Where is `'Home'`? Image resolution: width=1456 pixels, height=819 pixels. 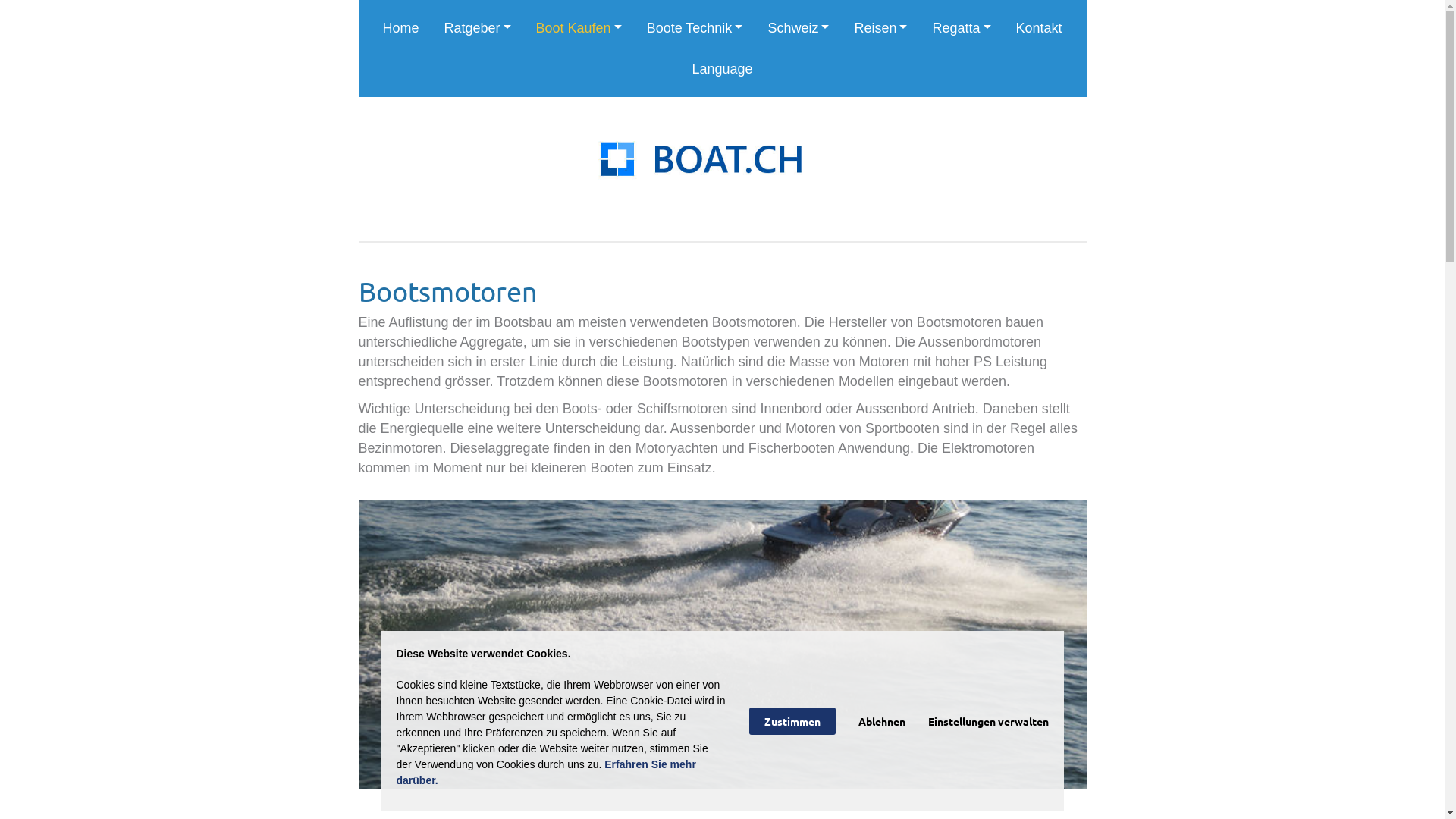
'Home' is located at coordinates (400, 28).